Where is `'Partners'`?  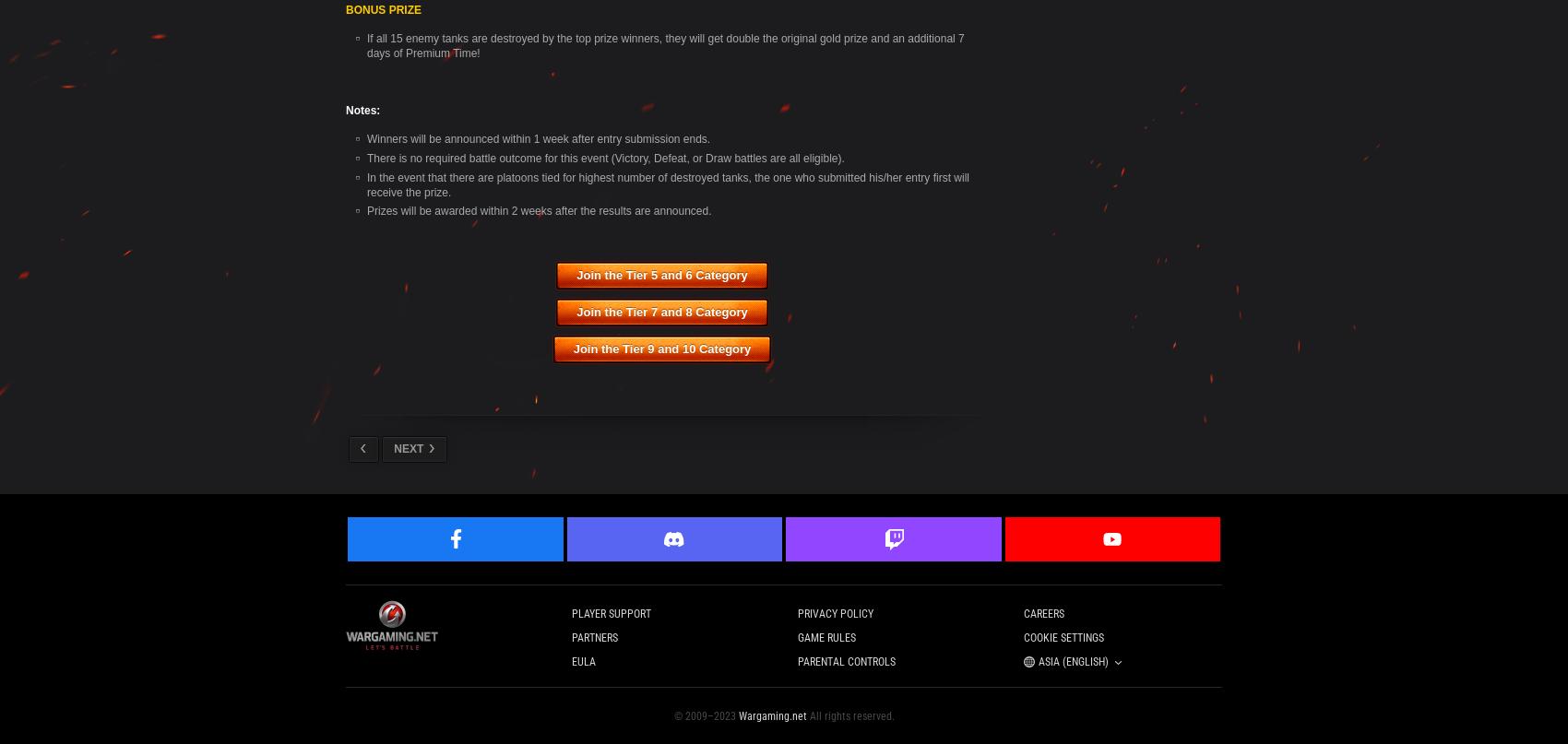 'Partners' is located at coordinates (594, 638).